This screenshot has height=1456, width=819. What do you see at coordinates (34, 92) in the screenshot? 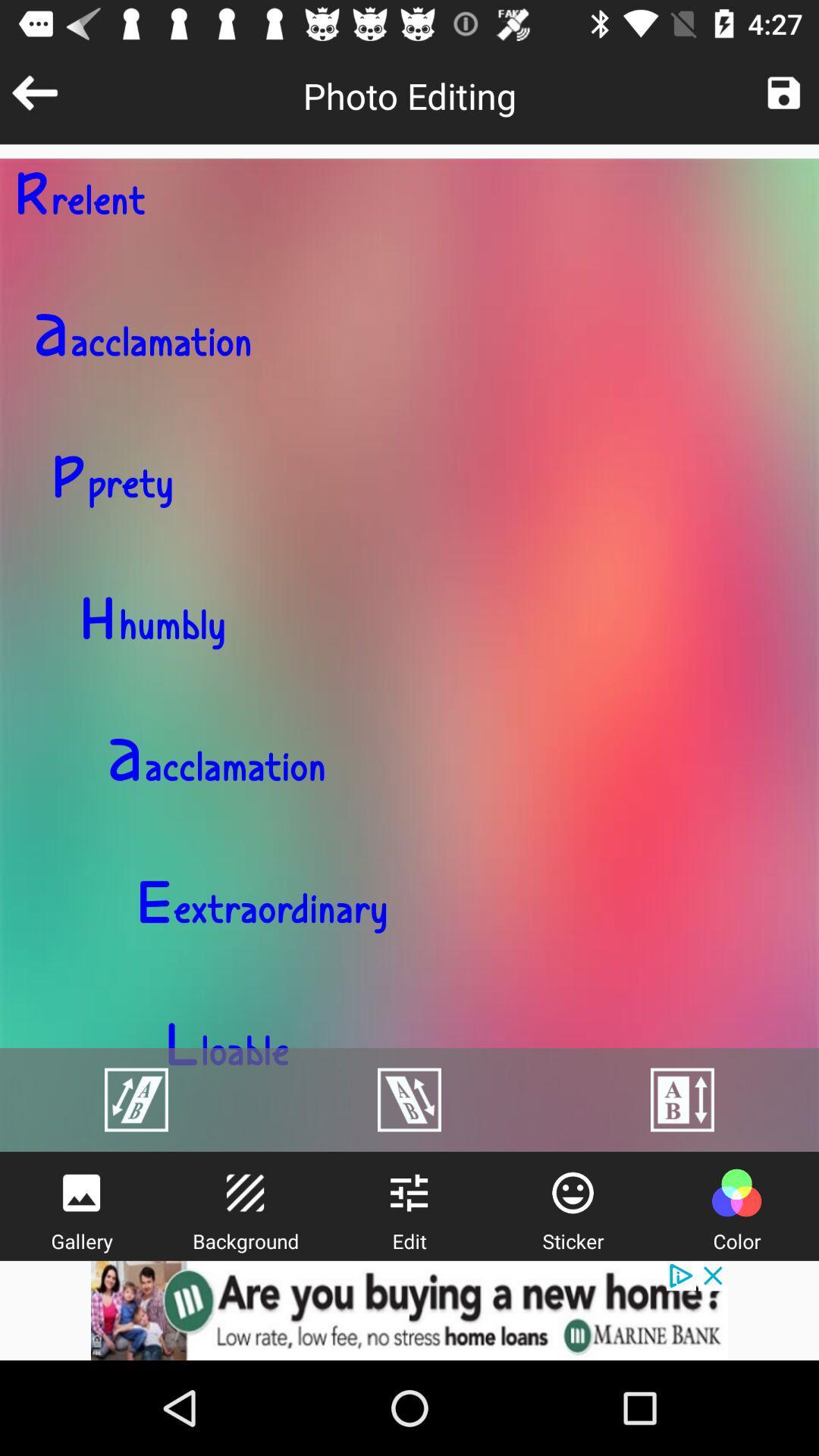
I see `the arrow_backward icon` at bounding box center [34, 92].